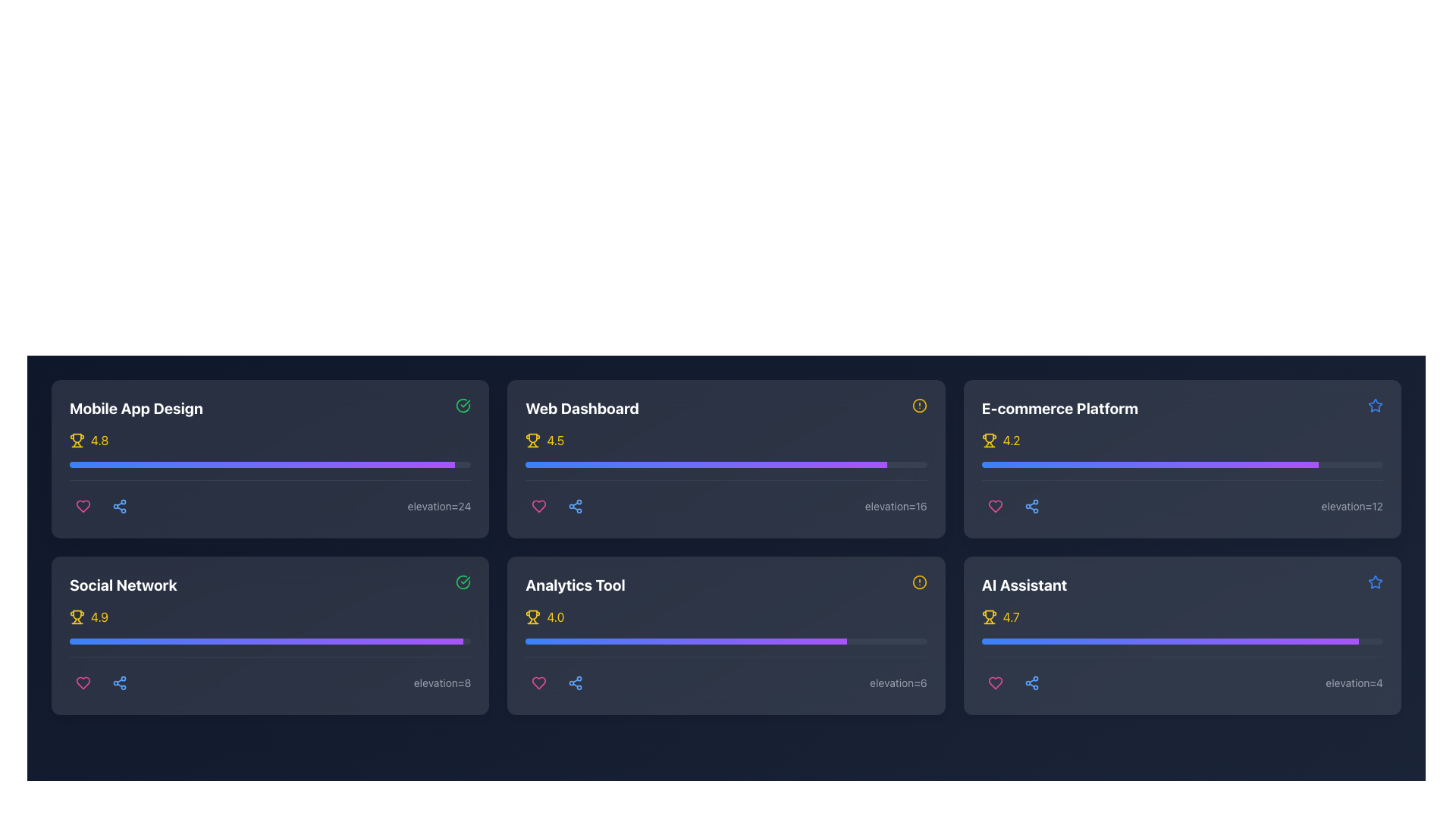 This screenshot has height=819, width=1456. What do you see at coordinates (995, 506) in the screenshot?
I see `the heart icon button with a pink outline, which is used for 'like' or 'favorite' interactions, located beneath the rating score of 4.2 and to the left of the share icon` at bounding box center [995, 506].